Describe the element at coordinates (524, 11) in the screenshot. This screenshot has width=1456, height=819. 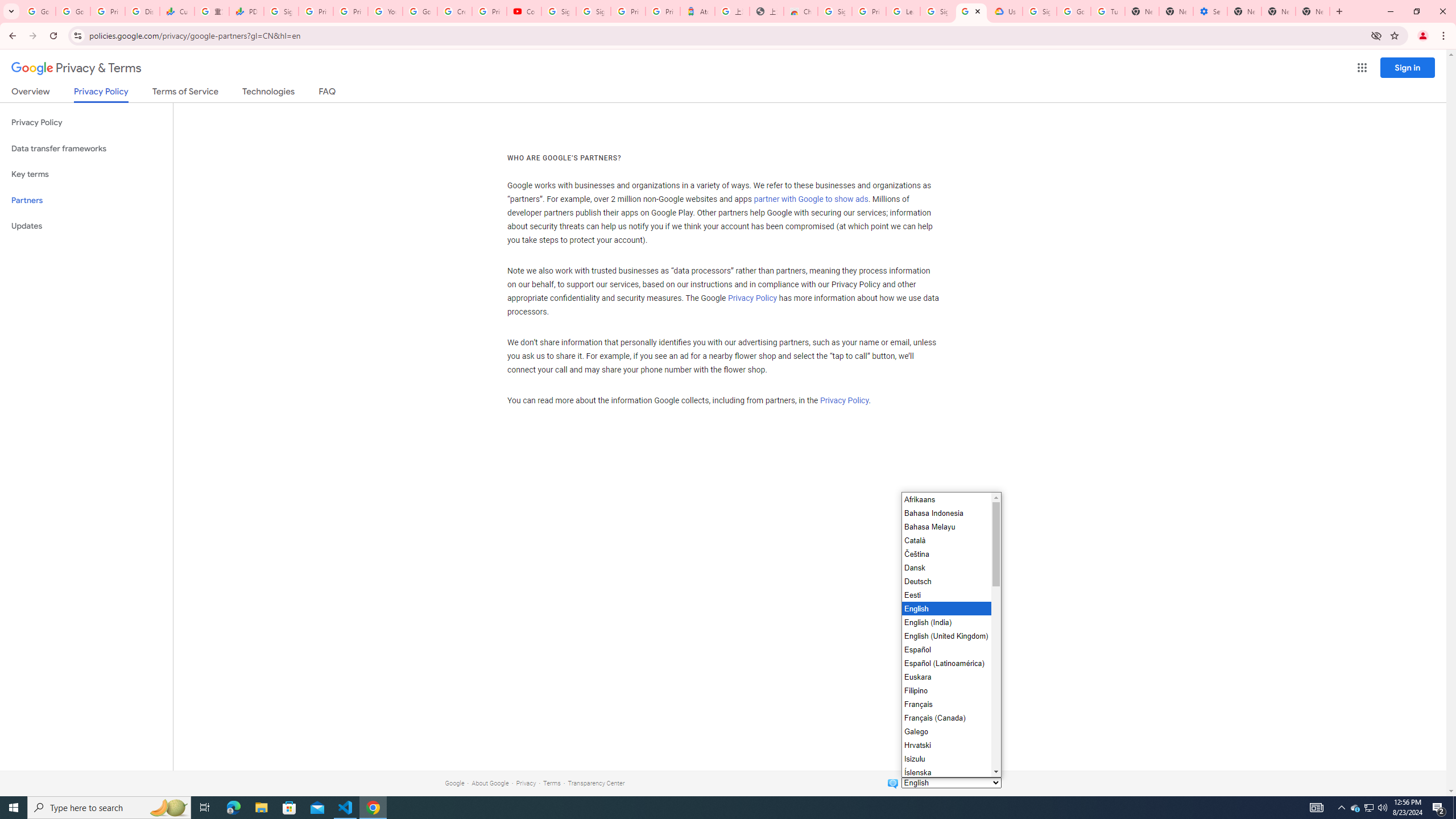
I see `'Content Creator Programs & Opportunities - YouTube Creators'` at that location.